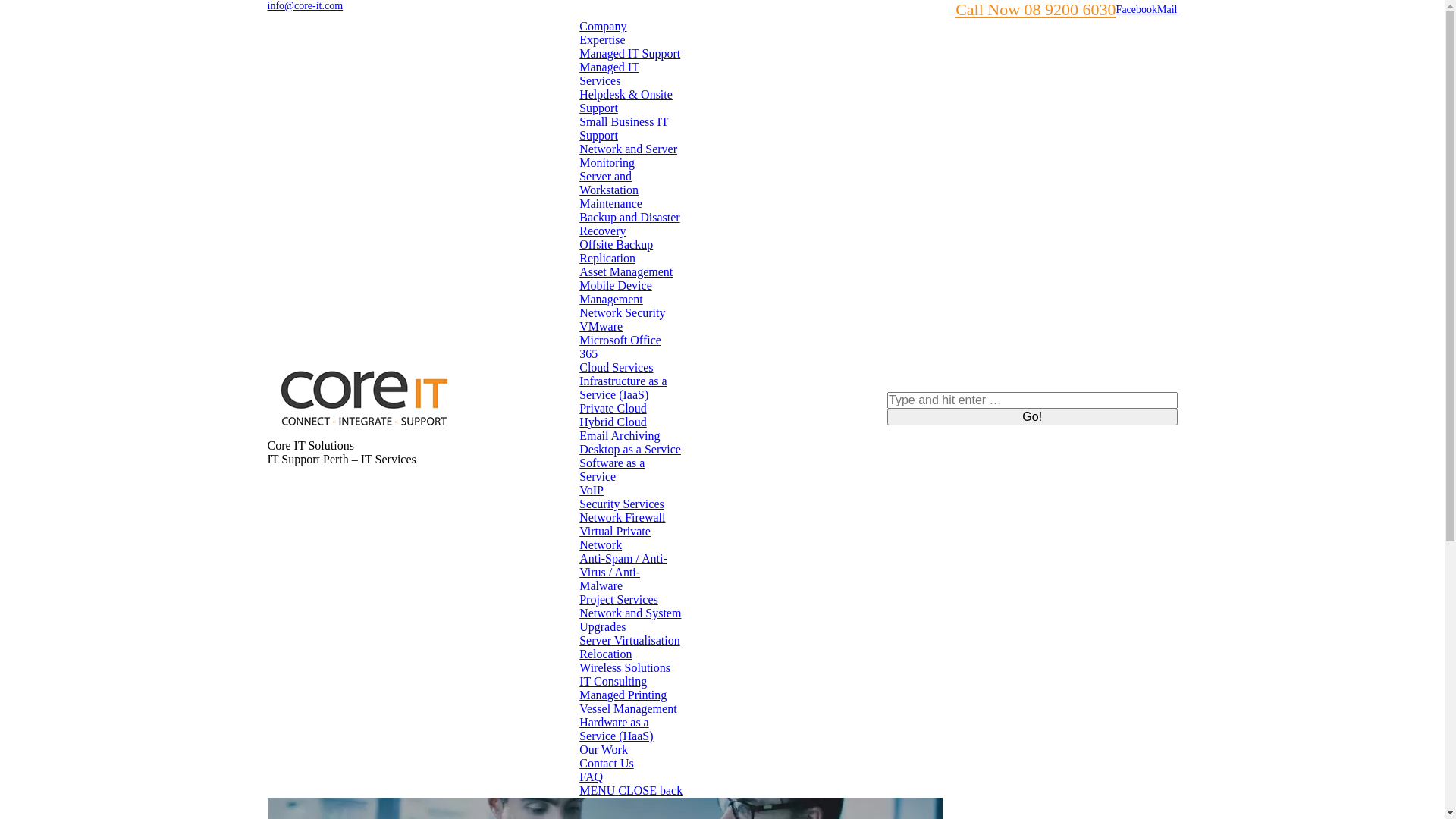  I want to click on 'Network Security', so click(622, 312).